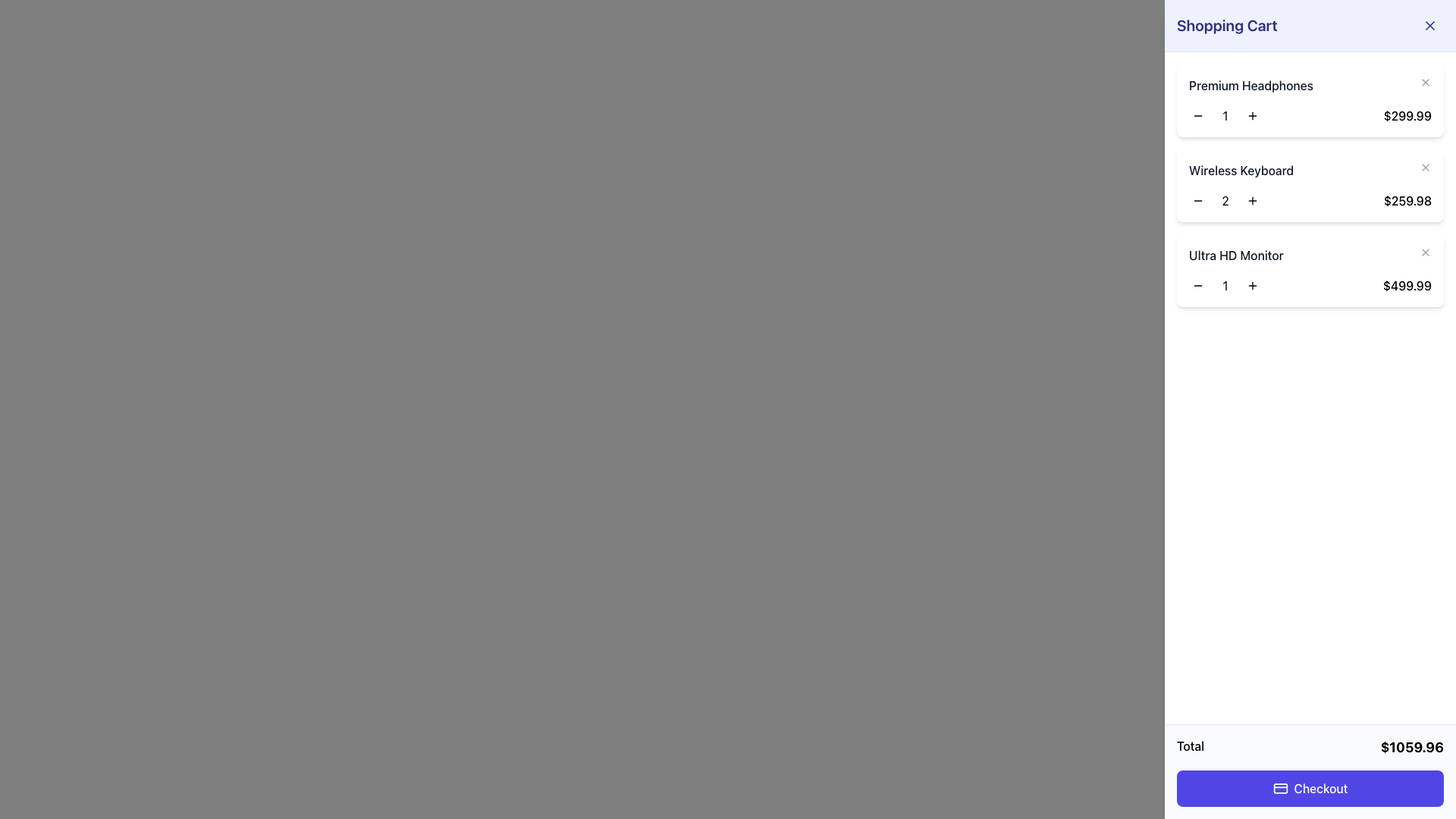 Image resolution: width=1456 pixels, height=819 pixels. What do you see at coordinates (1252, 200) in the screenshot?
I see `the small circular button with a plus symbol ('+') located inside the shopping cart interface near the 'Wireless Keyboard' item to increment the item quantity` at bounding box center [1252, 200].